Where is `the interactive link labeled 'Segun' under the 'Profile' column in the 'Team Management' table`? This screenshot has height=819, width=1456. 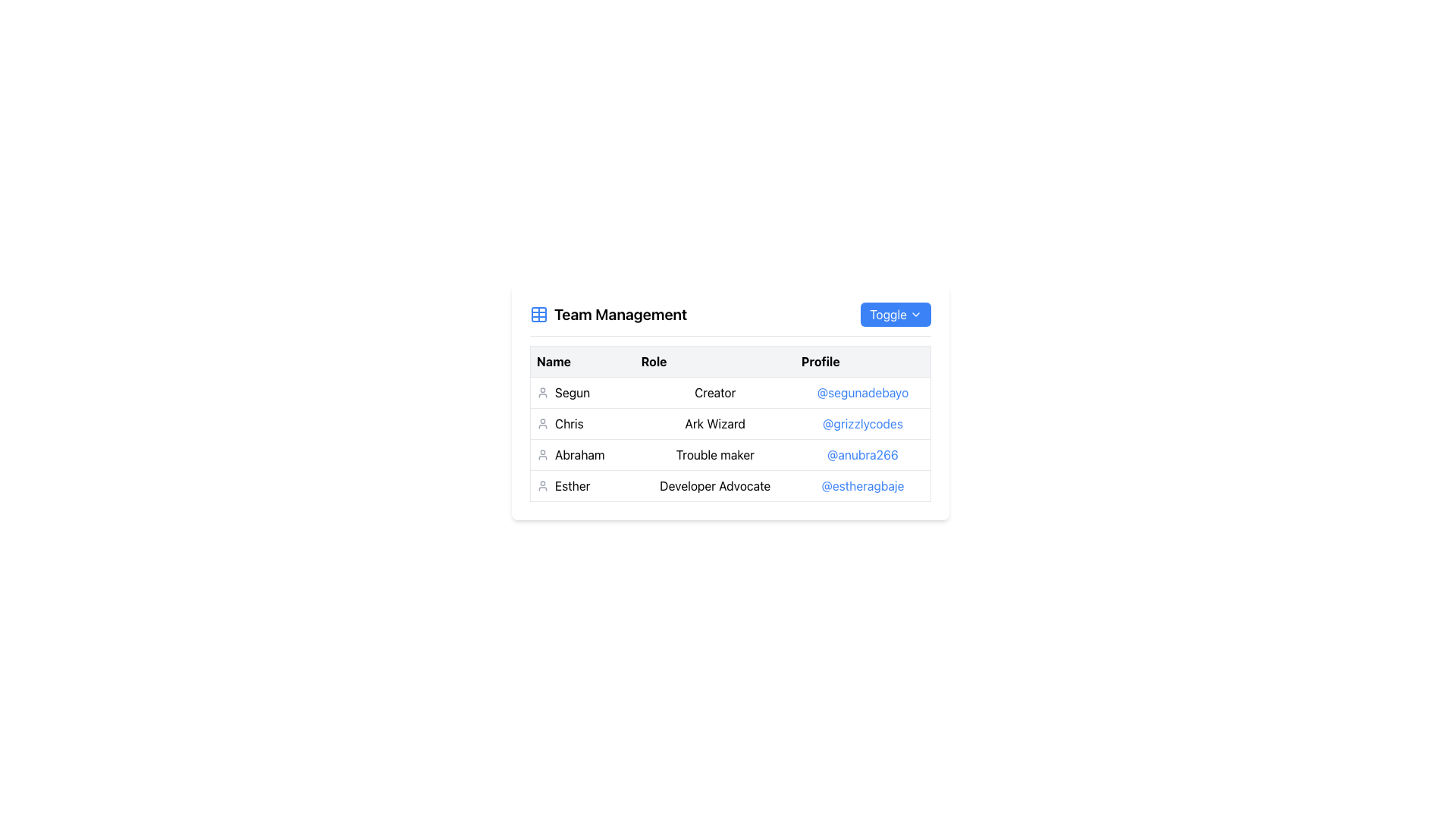
the interactive link labeled 'Segun' under the 'Profile' column in the 'Team Management' table is located at coordinates (862, 391).